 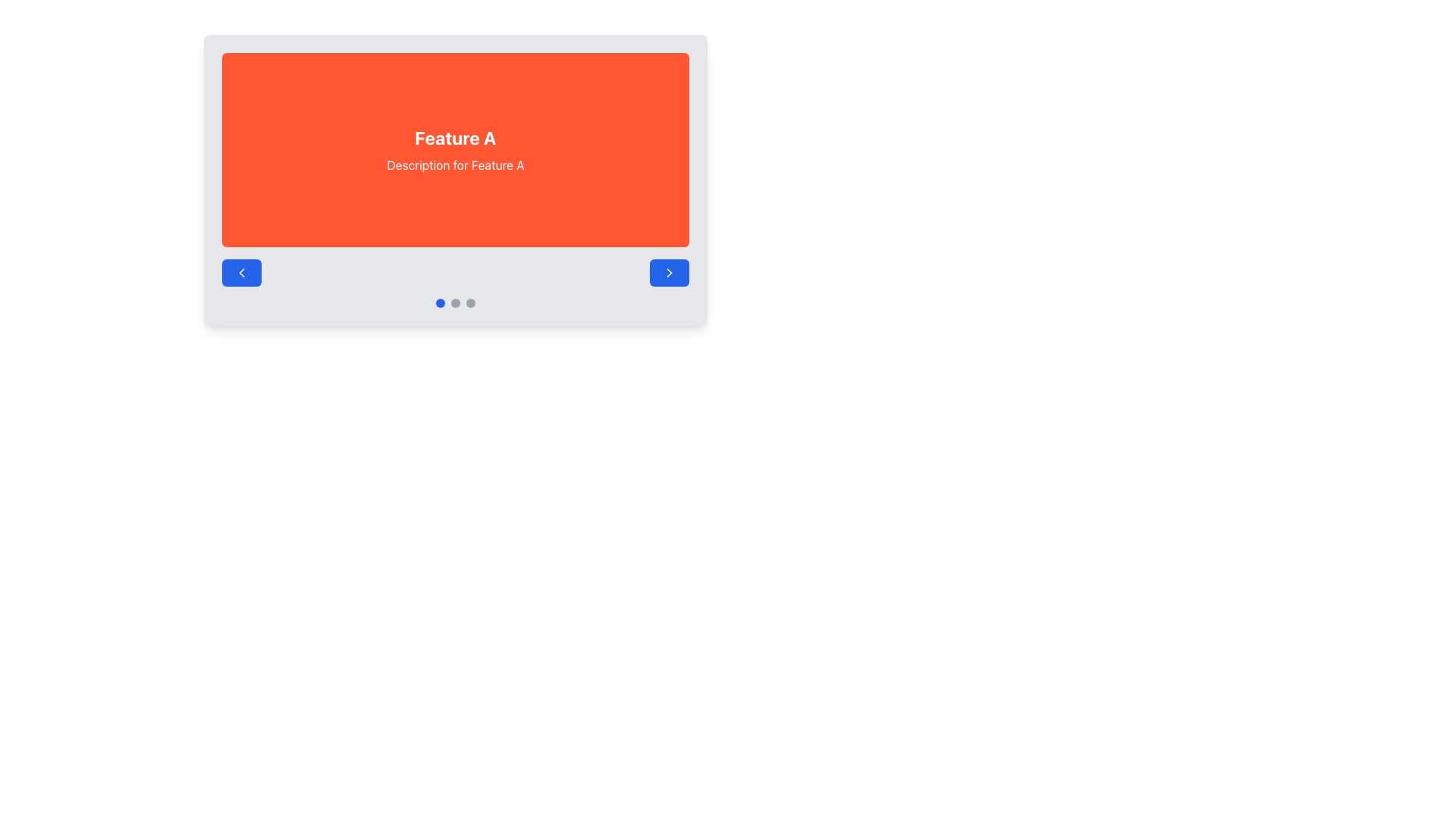 What do you see at coordinates (469, 303) in the screenshot?
I see `the small gray circular indicator, which is the last in a group of three indicators located below the main content area` at bounding box center [469, 303].